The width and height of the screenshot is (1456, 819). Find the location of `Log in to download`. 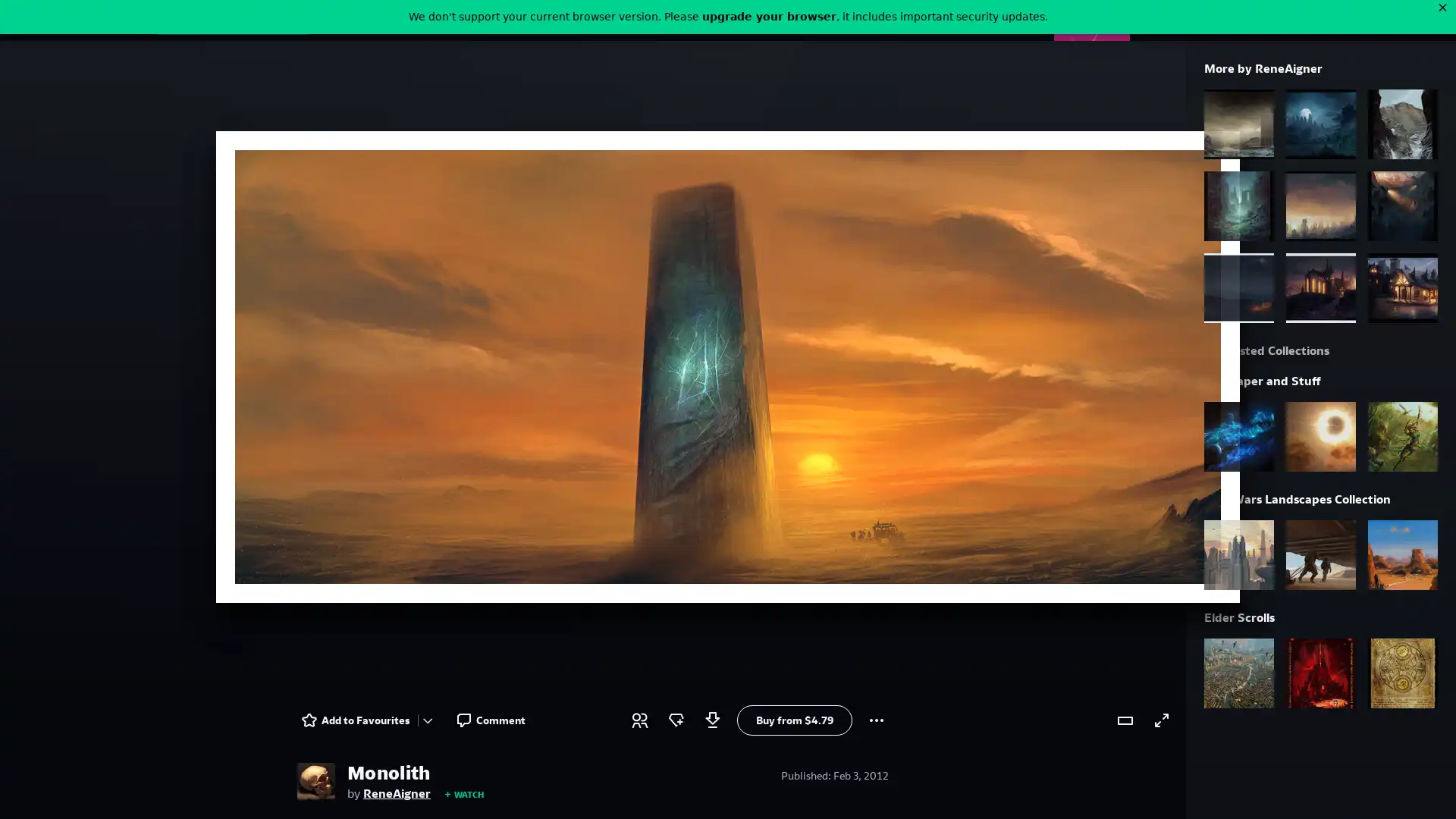

Log in to download is located at coordinates (712, 719).